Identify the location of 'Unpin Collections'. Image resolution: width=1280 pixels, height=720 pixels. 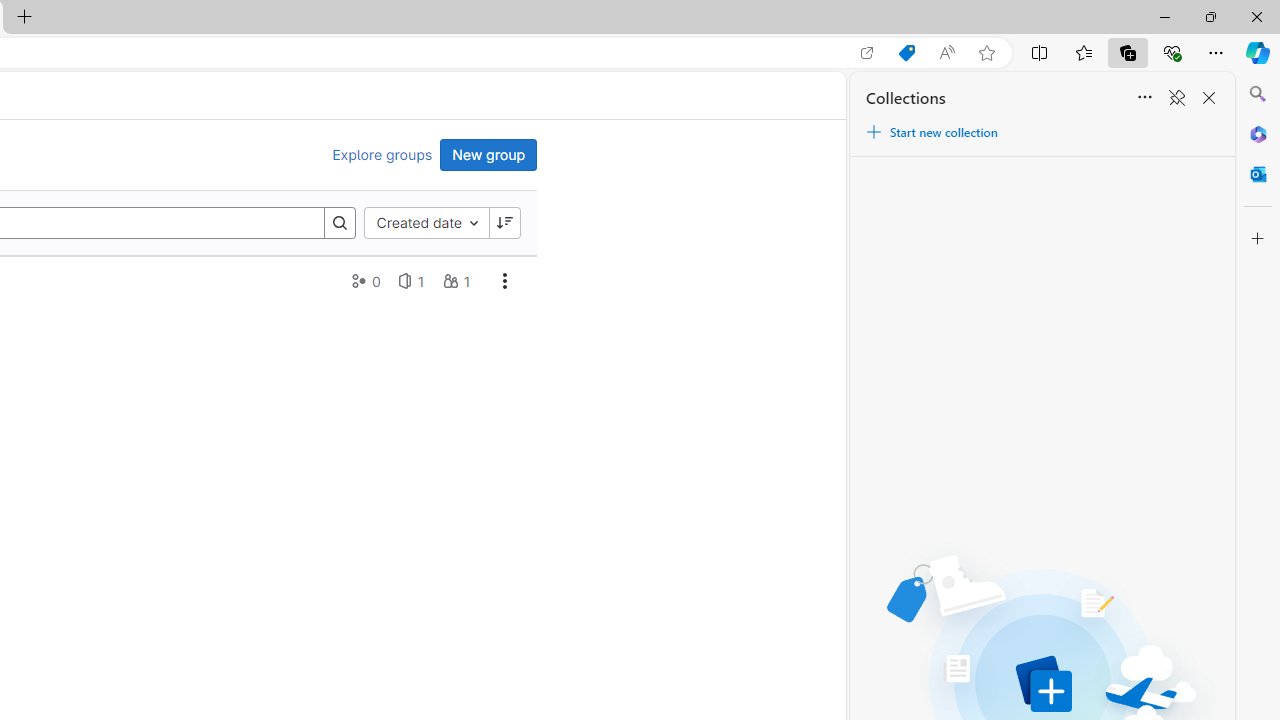
(1176, 98).